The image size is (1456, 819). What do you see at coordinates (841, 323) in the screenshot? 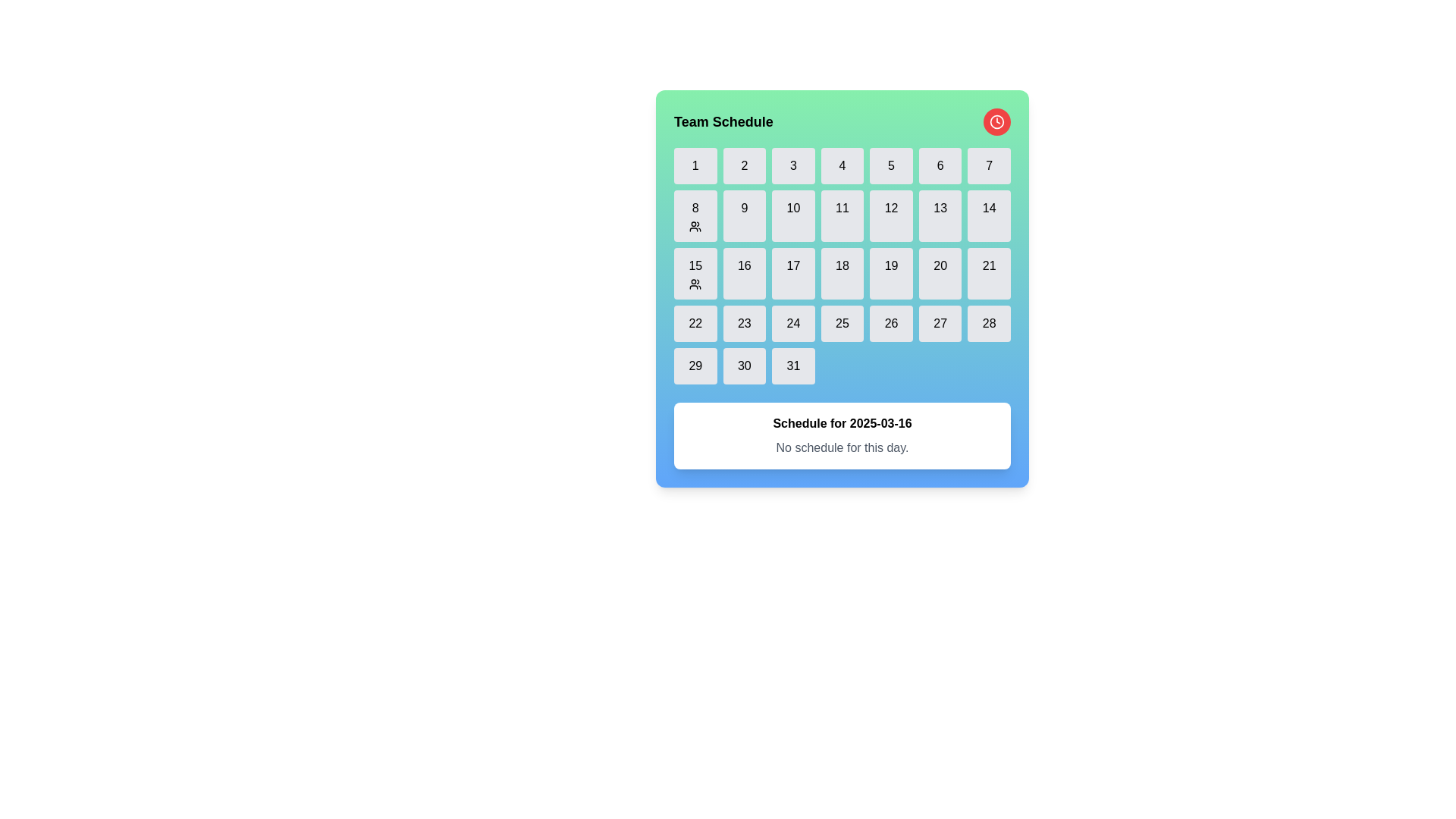
I see `the text element displaying the number '25' within the calendar button` at bounding box center [841, 323].